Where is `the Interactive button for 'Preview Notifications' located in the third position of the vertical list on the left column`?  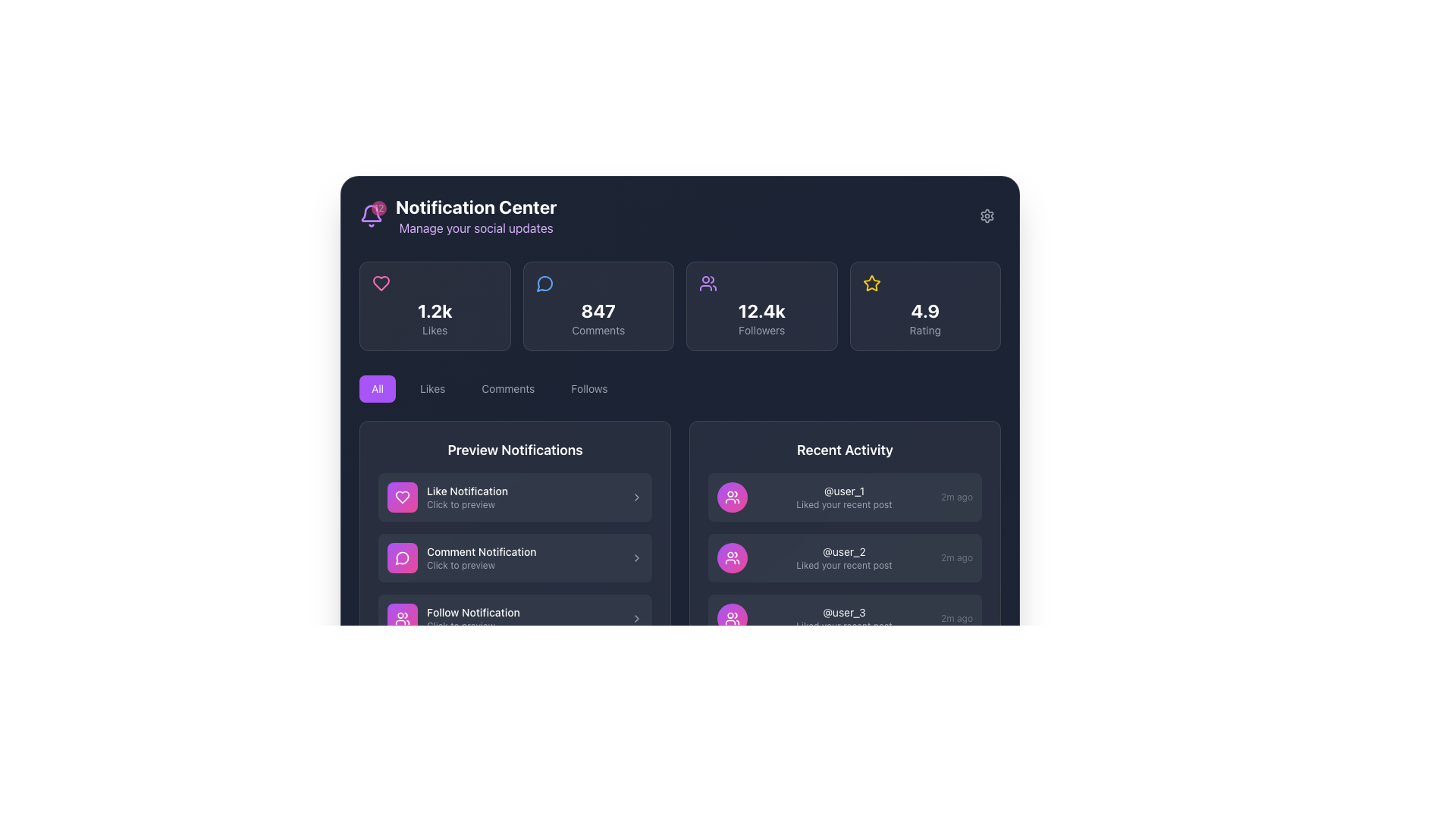
the Interactive button for 'Preview Notifications' located in the third position of the vertical list on the left column is located at coordinates (515, 619).